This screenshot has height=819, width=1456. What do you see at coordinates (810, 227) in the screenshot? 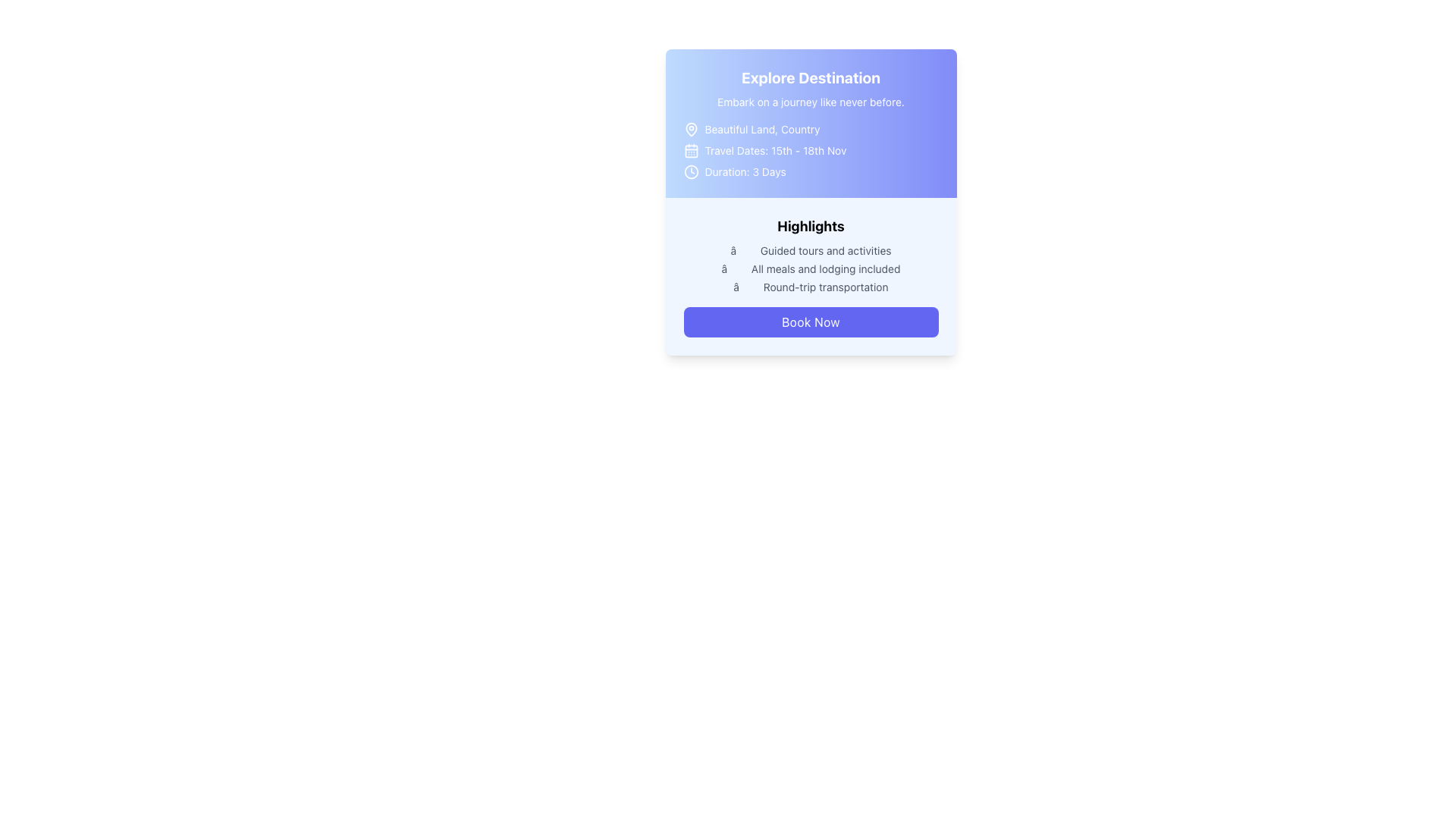
I see `the bold label with the text 'Highlights' that serves as a title above a list of features` at bounding box center [810, 227].